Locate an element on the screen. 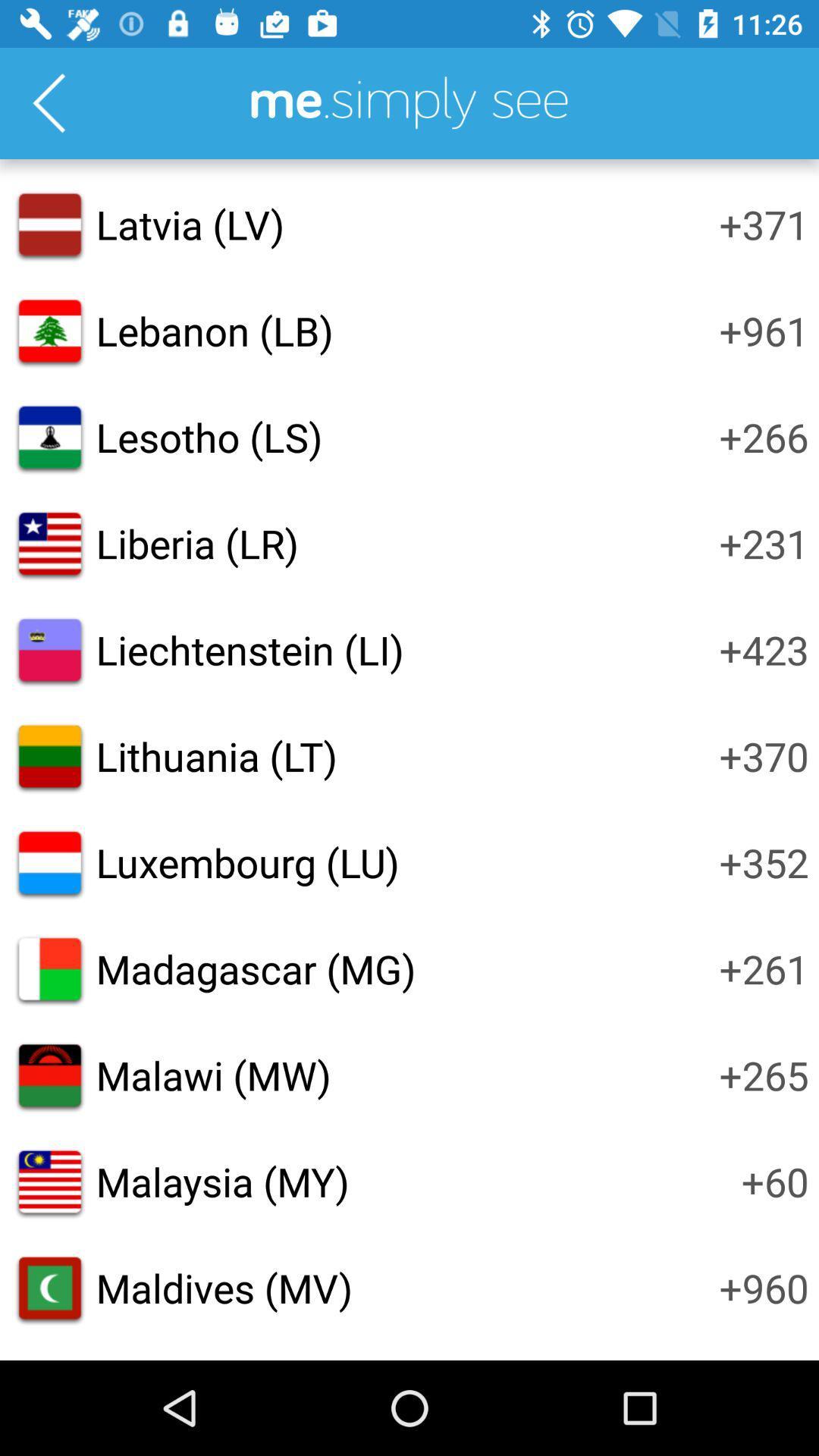 The image size is (819, 1456). the item to the right of the liberia (lr) icon is located at coordinates (764, 543).